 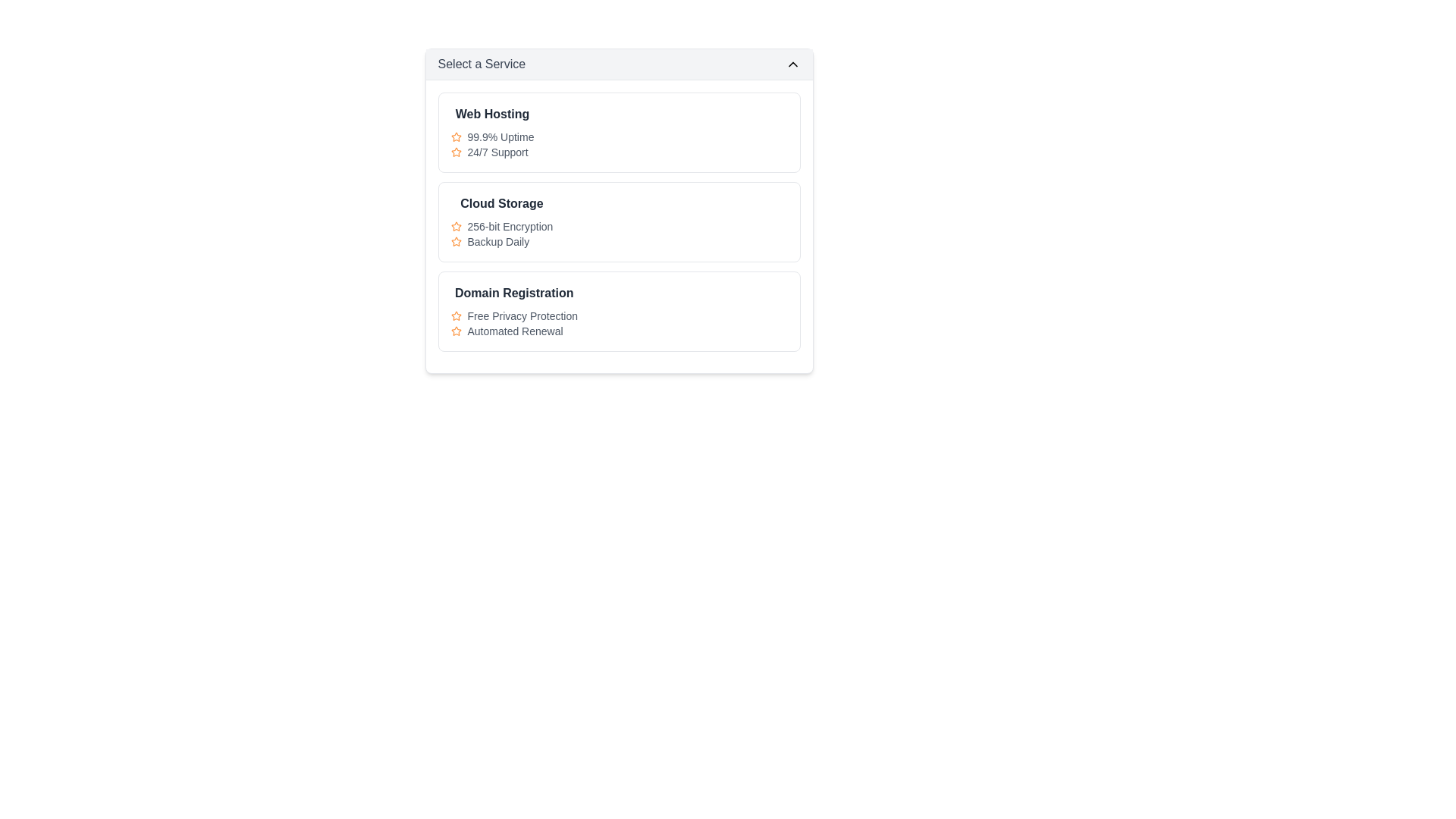 What do you see at coordinates (792, 63) in the screenshot?
I see `the upward-facing chevron icon` at bounding box center [792, 63].